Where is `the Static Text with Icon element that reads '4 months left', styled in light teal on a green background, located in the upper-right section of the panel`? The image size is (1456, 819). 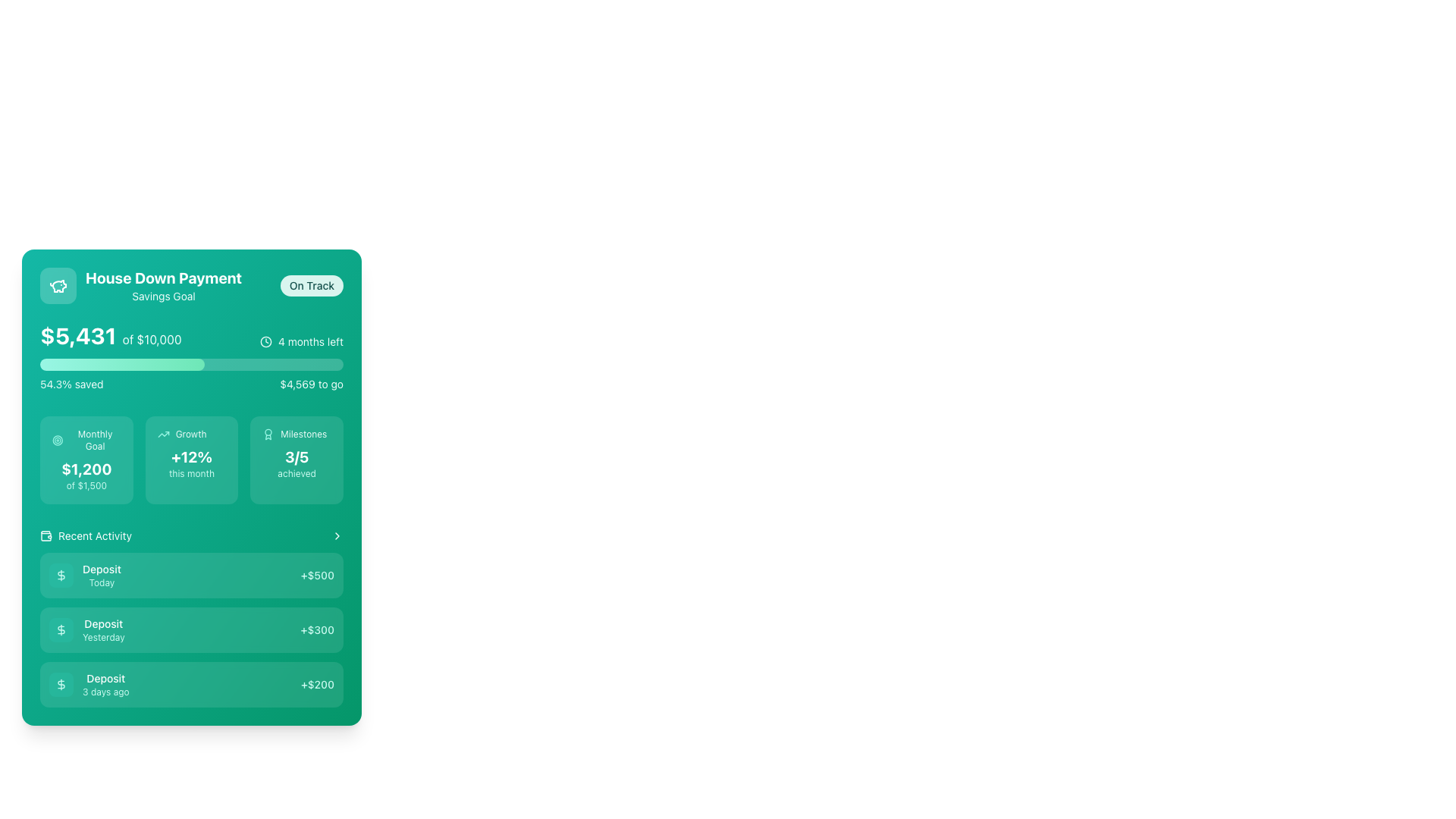 the Static Text with Icon element that reads '4 months left', styled in light teal on a green background, located in the upper-right section of the panel is located at coordinates (302, 342).